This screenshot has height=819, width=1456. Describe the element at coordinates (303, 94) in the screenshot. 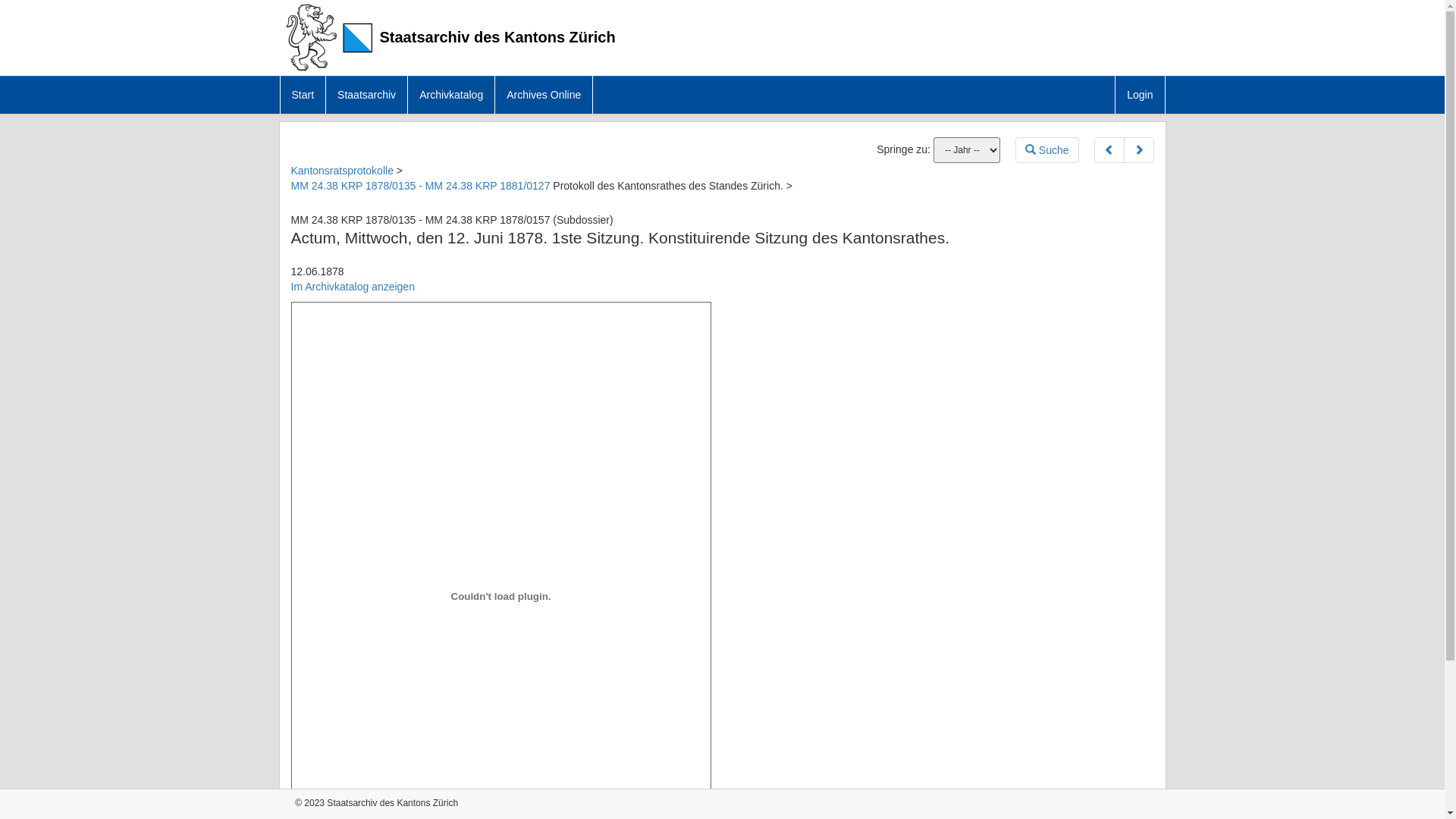

I see `'Start'` at that location.